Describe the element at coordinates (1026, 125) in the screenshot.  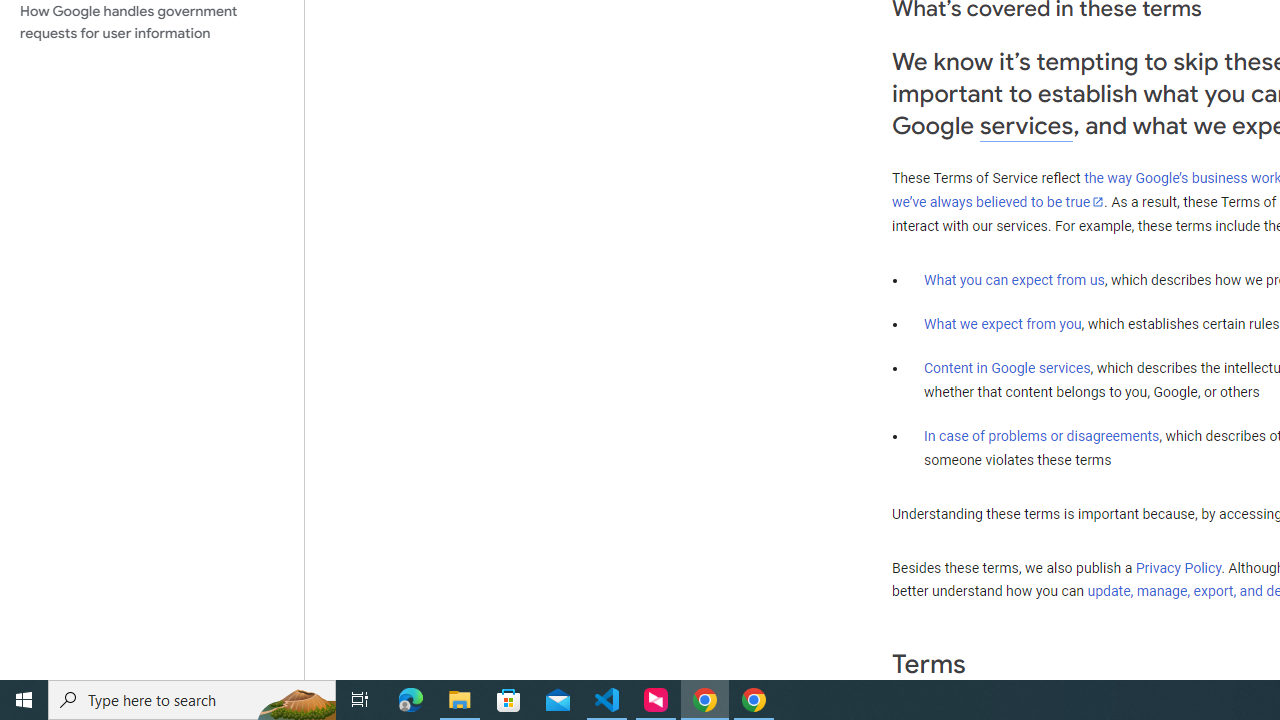
I see `'services'` at that location.